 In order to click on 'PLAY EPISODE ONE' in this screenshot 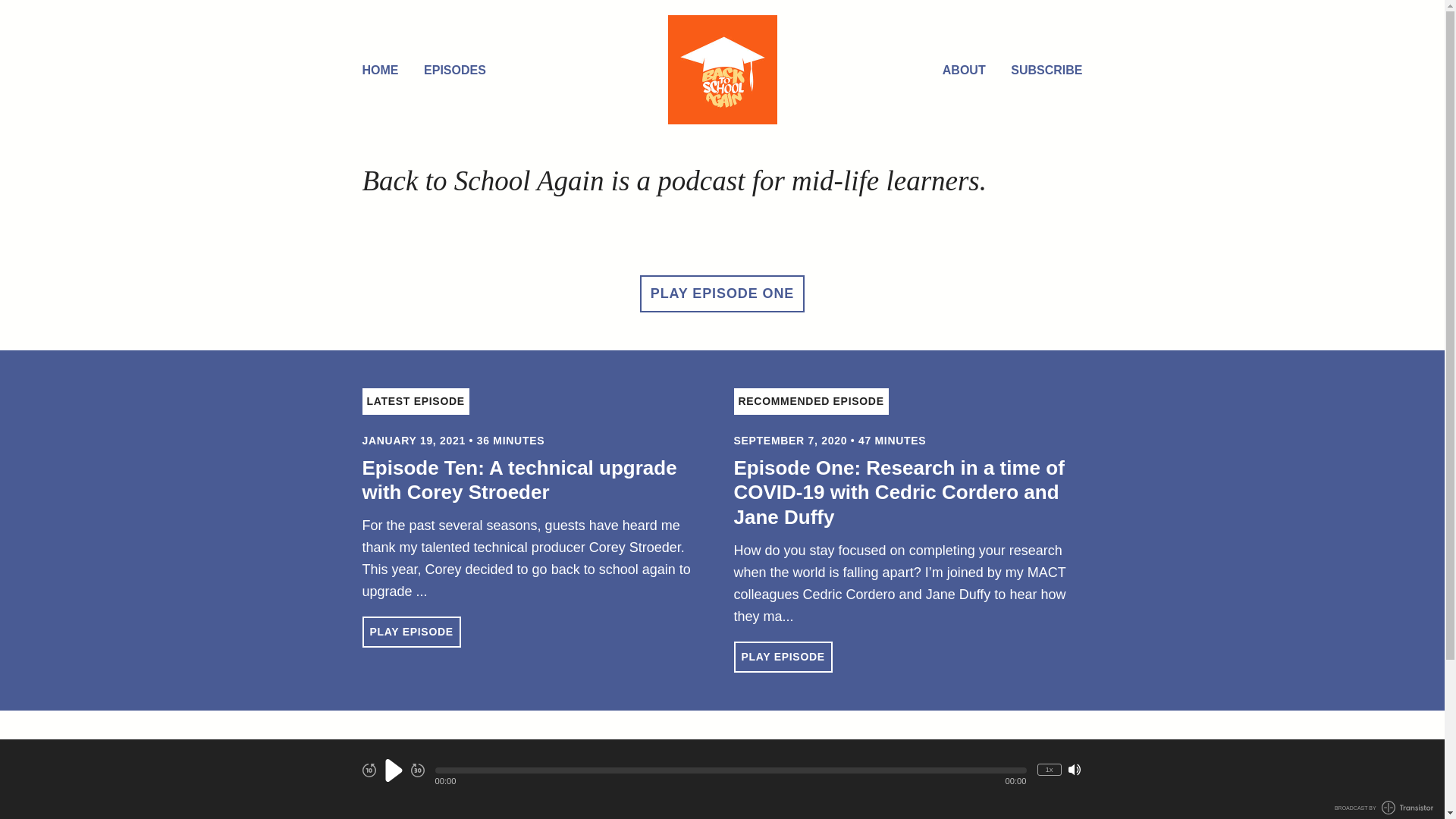, I will do `click(640, 293)`.